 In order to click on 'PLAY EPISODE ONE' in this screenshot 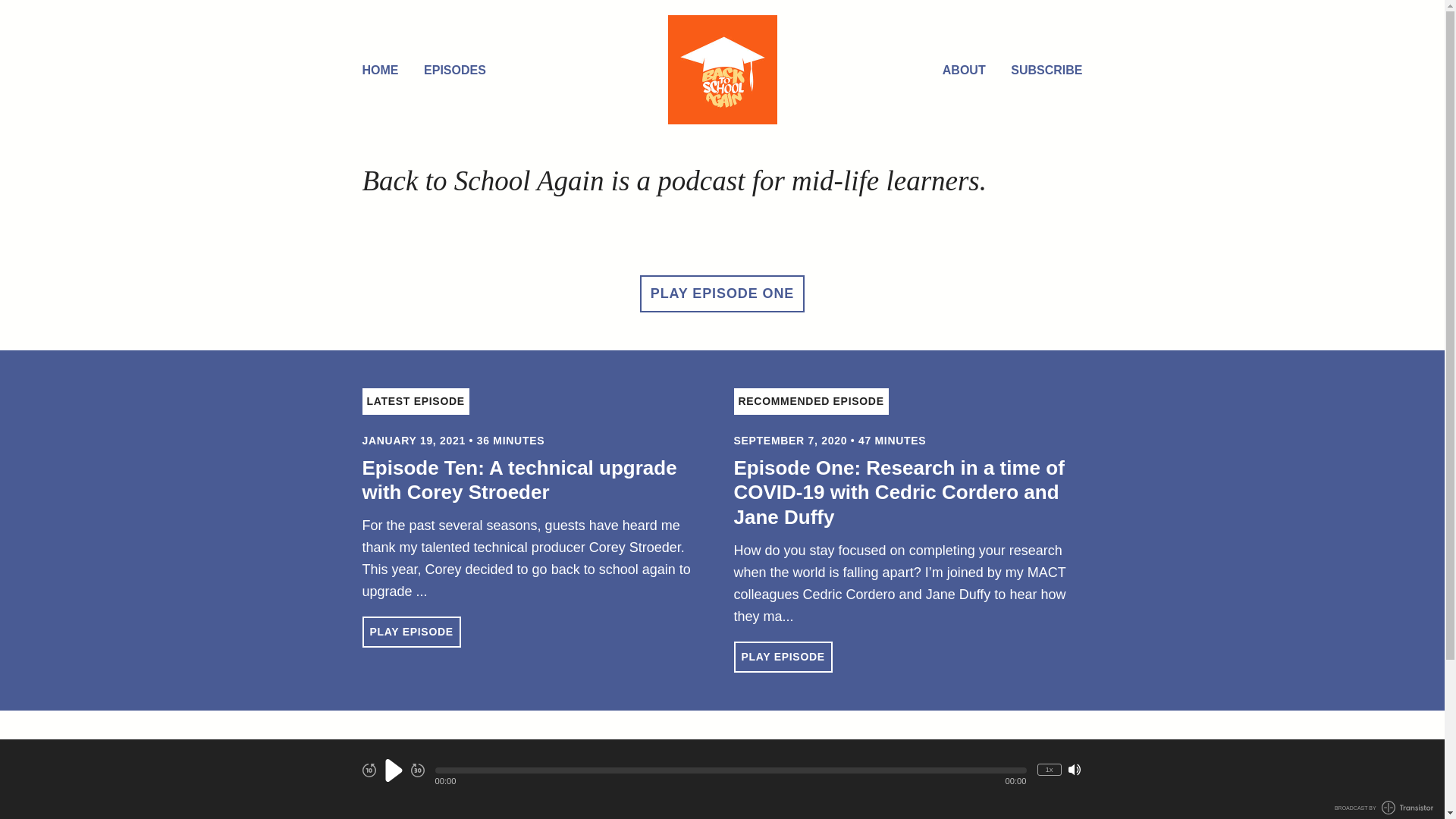, I will do `click(640, 293)`.